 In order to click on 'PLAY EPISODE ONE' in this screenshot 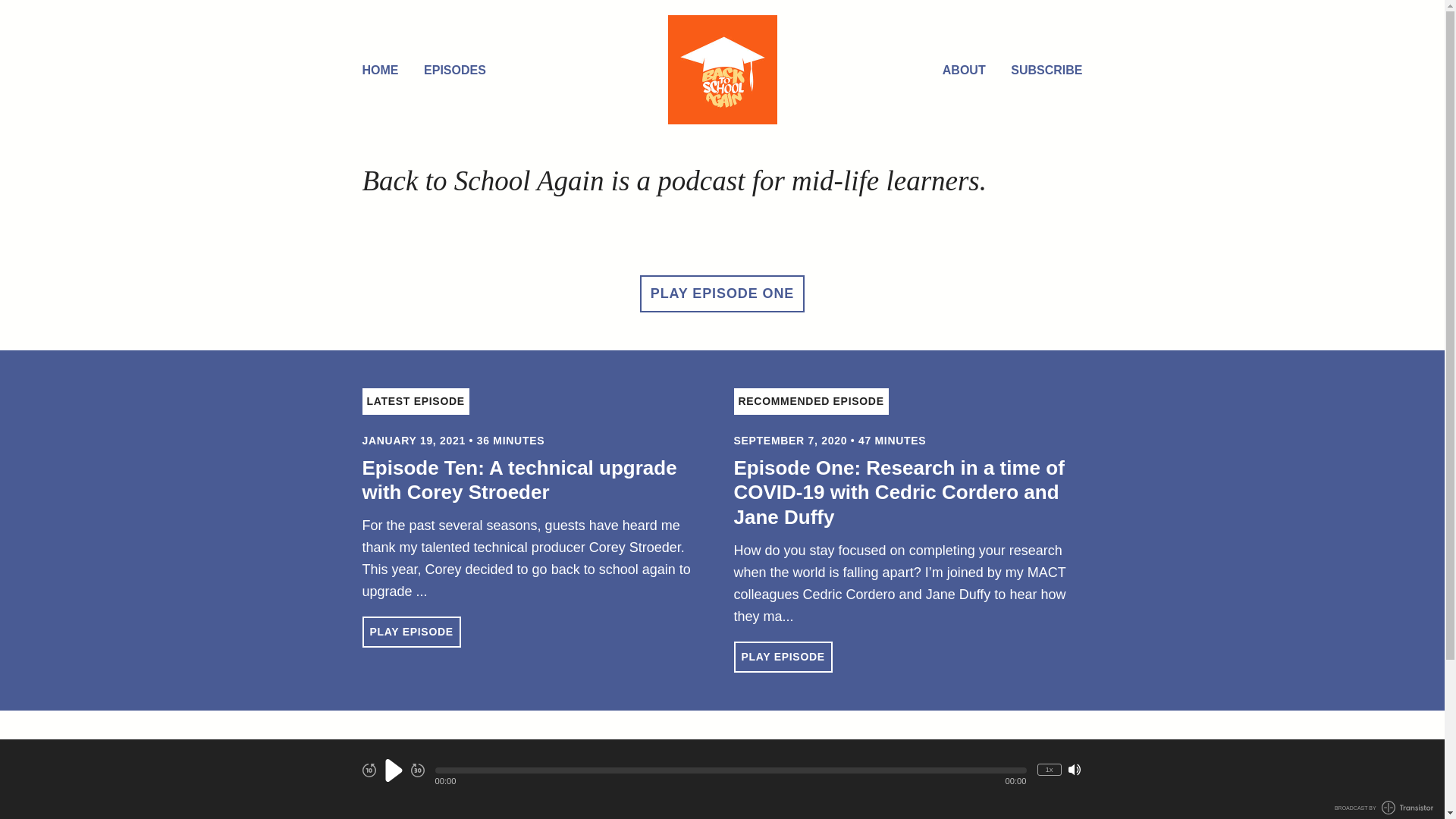, I will do `click(640, 293)`.